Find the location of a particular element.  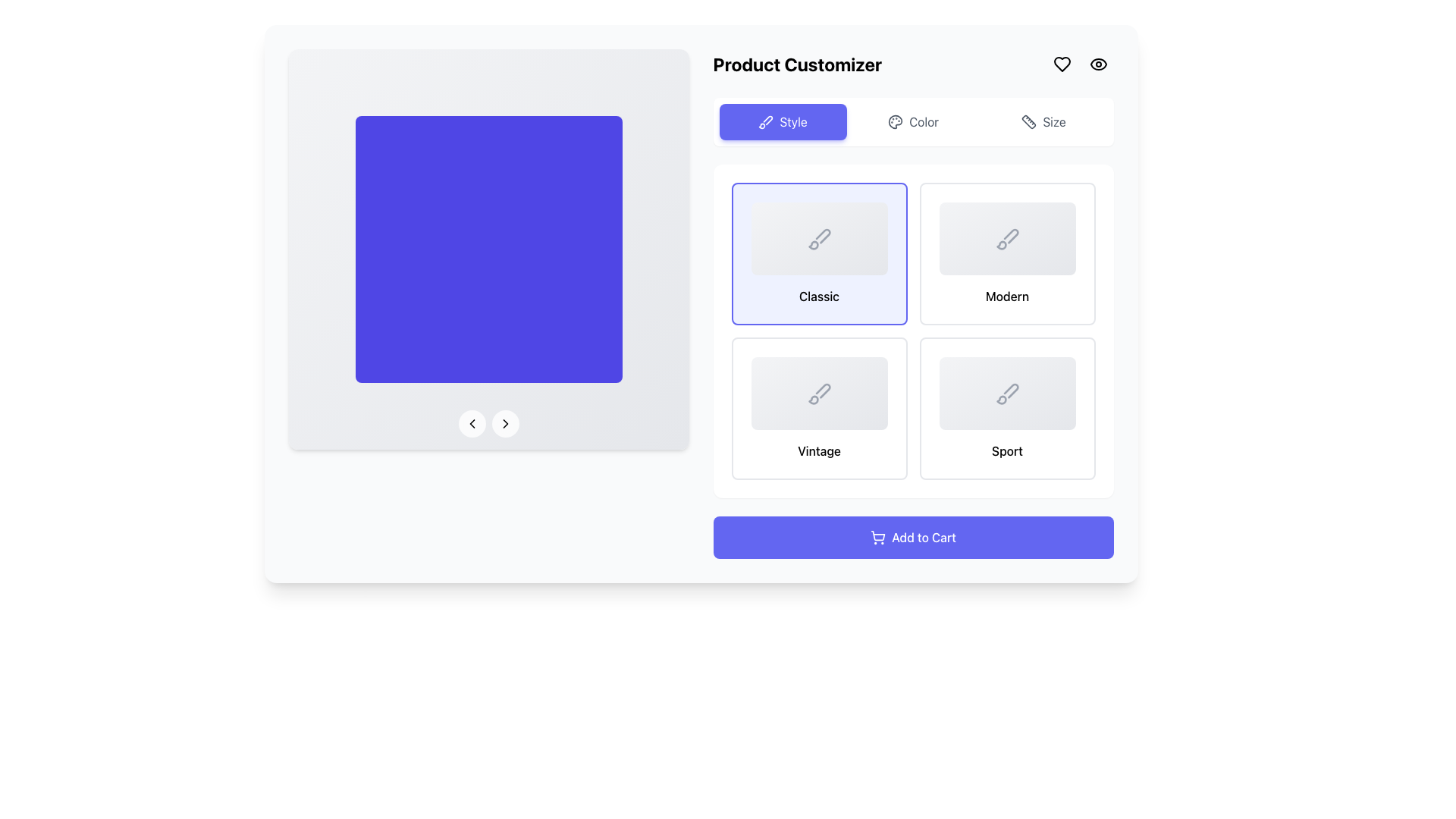

the circular button with a translucent white background and a leftward arrow icon is located at coordinates (471, 424).